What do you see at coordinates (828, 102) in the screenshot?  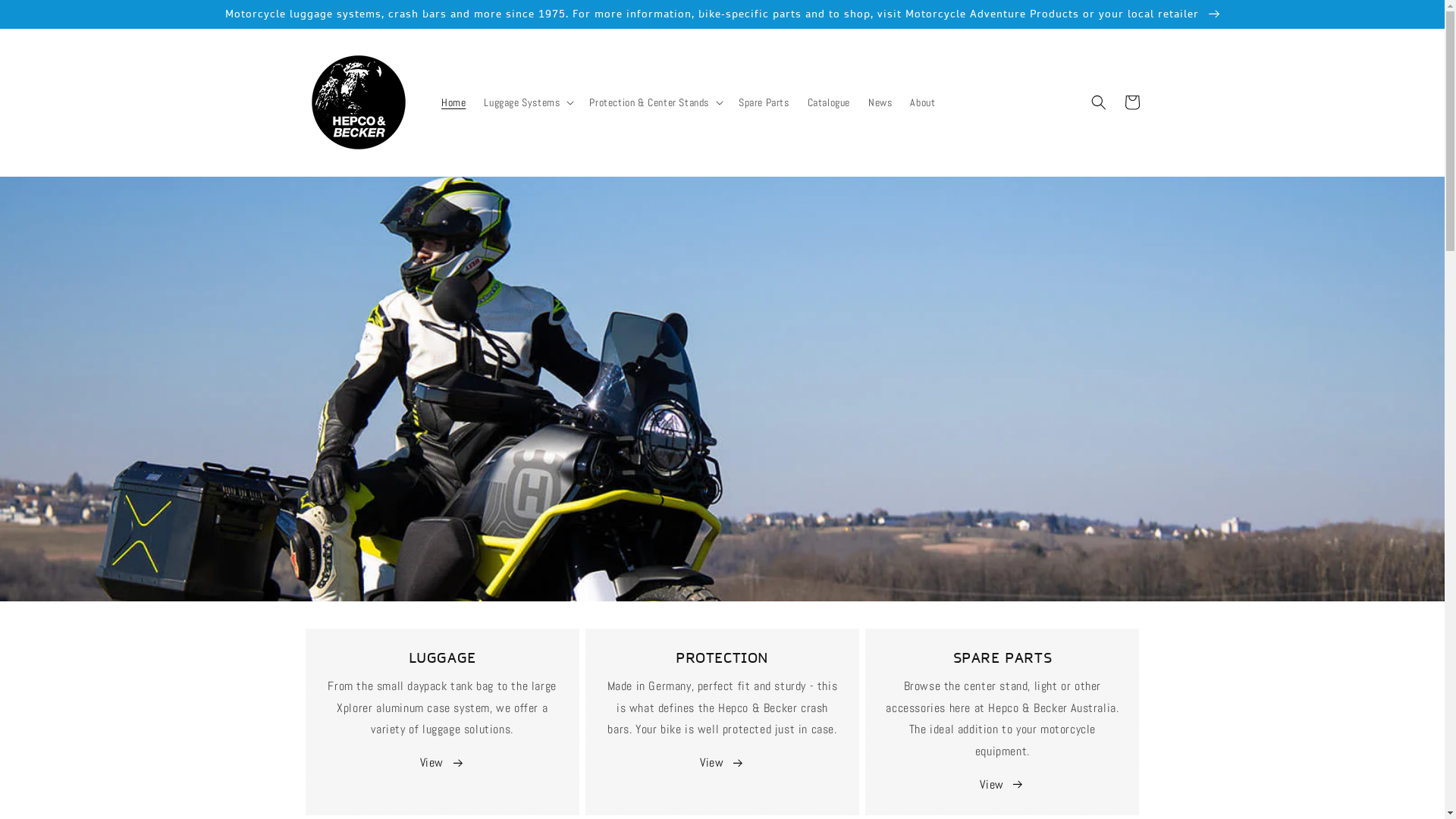 I see `'Catalogue'` at bounding box center [828, 102].